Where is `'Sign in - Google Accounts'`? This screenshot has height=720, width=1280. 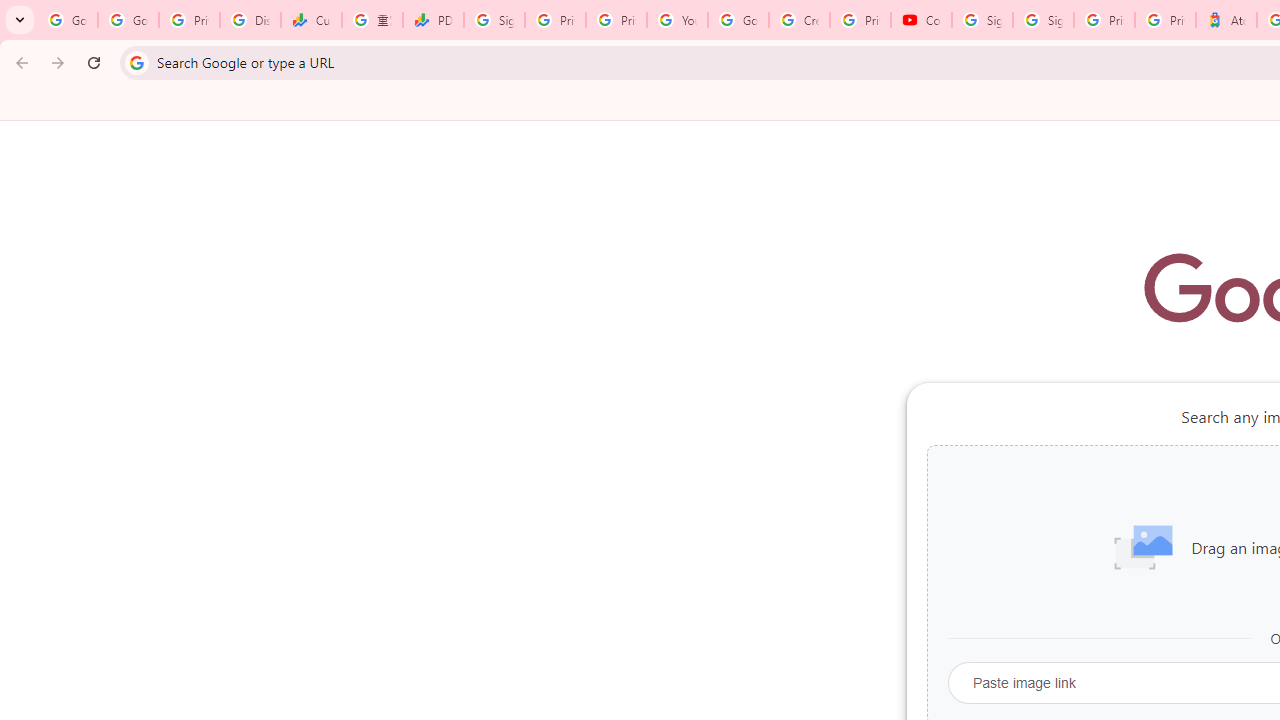 'Sign in - Google Accounts' is located at coordinates (1042, 20).